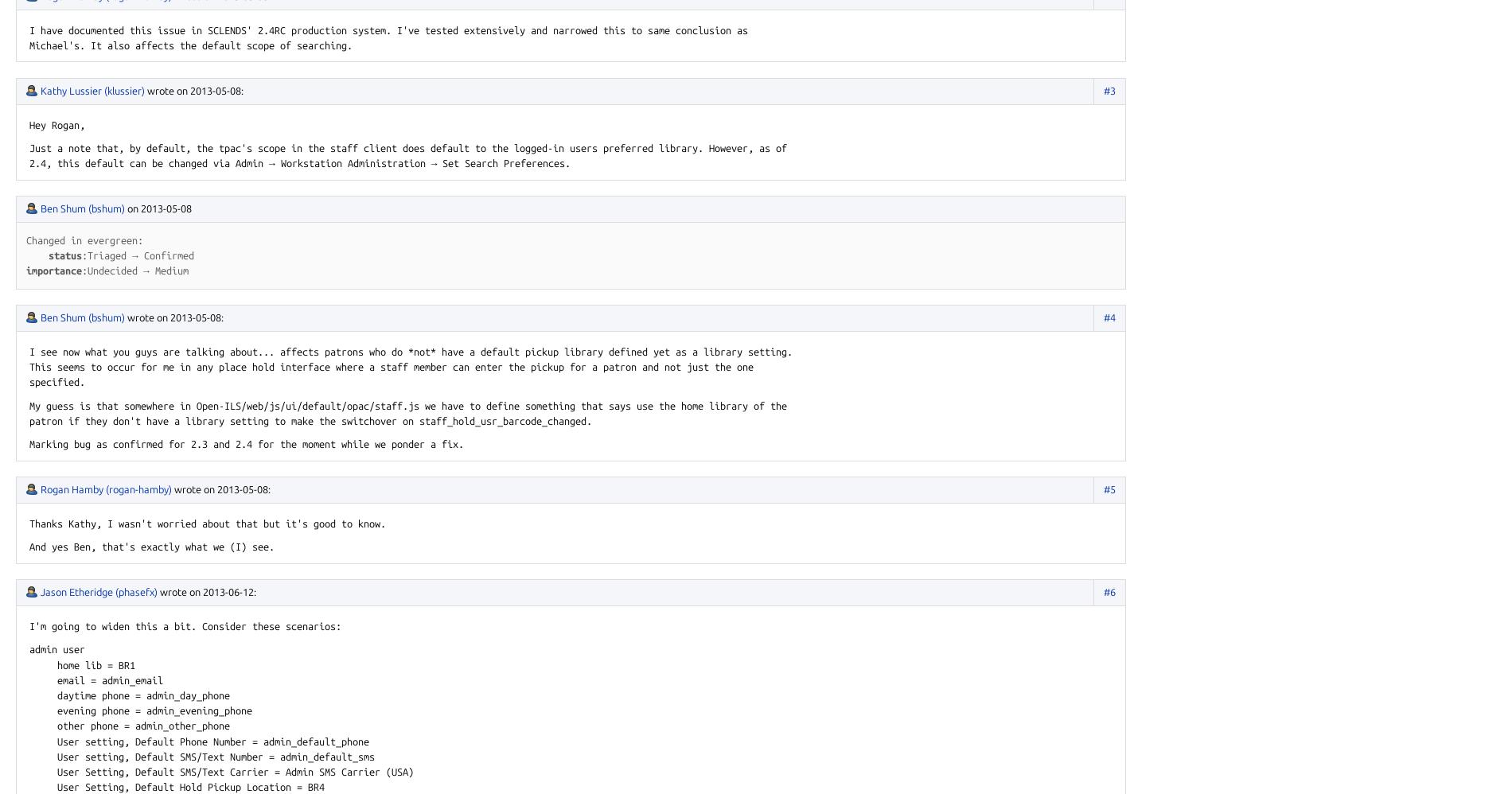 The height and width of the screenshot is (794, 1512). What do you see at coordinates (65, 254) in the screenshot?
I see `'status'` at bounding box center [65, 254].